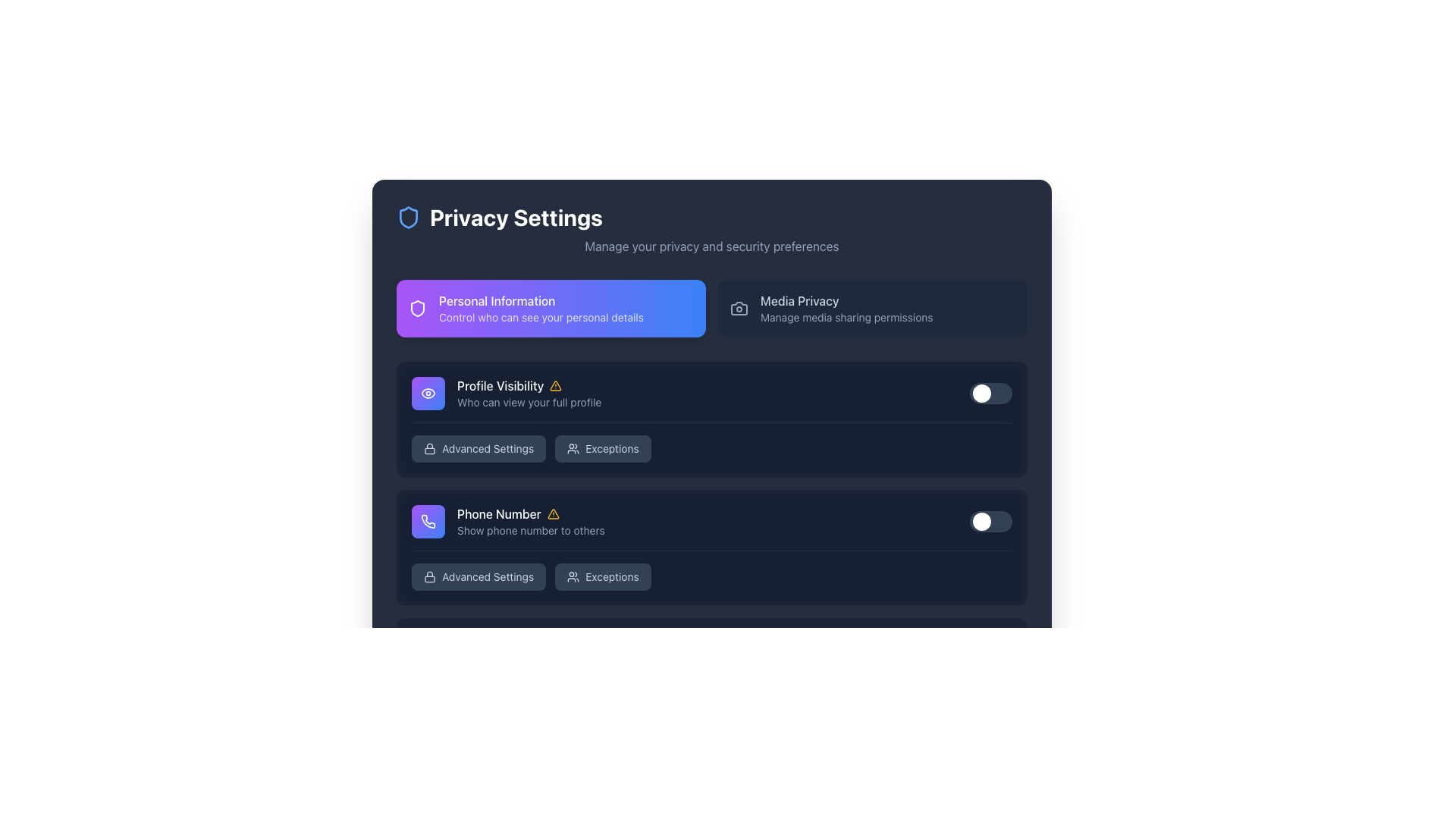  I want to click on the toggle switch in the settings card, so click(711, 419).